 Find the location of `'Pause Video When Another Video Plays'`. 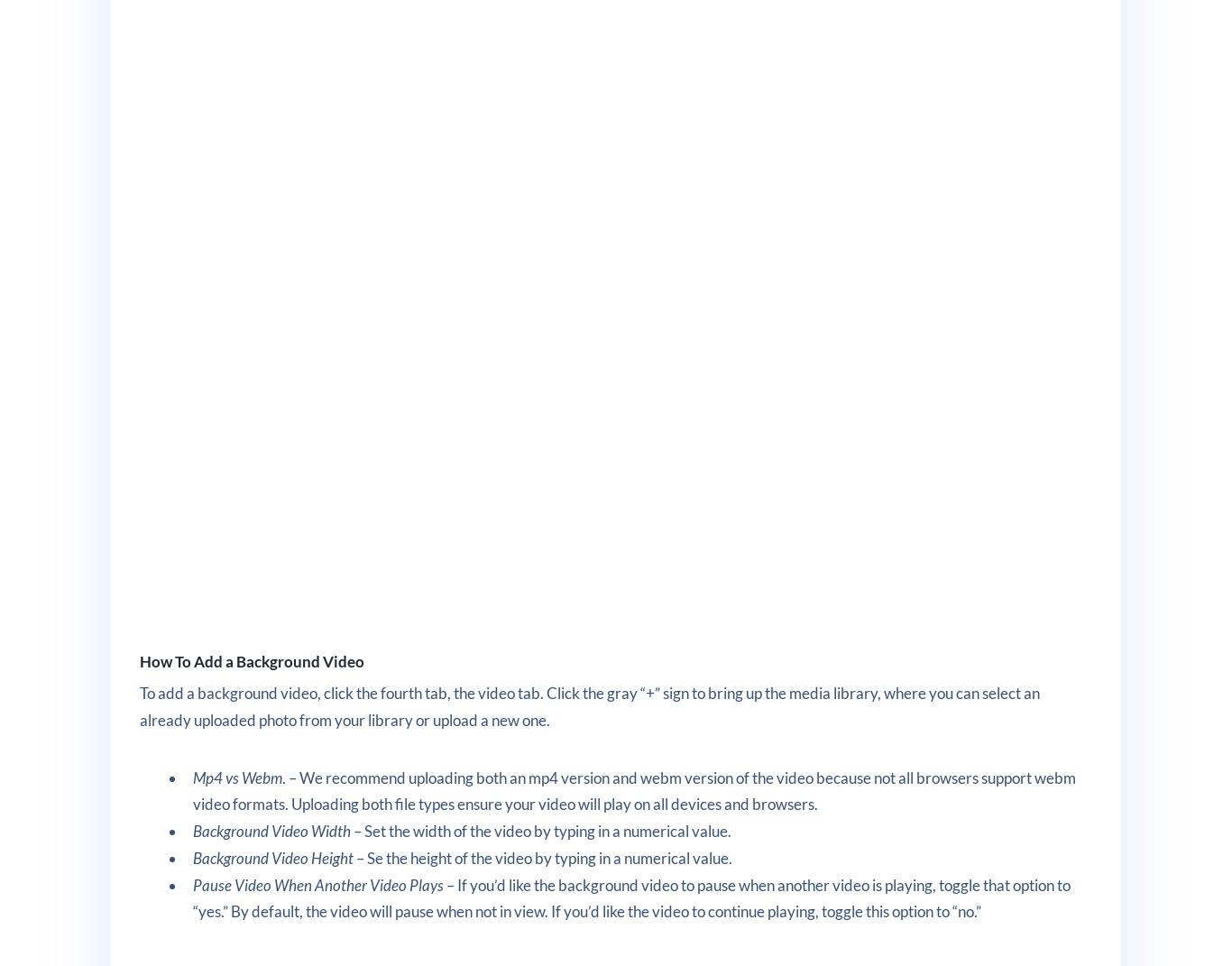

'Pause Video When Another Video Plays' is located at coordinates (192, 883).